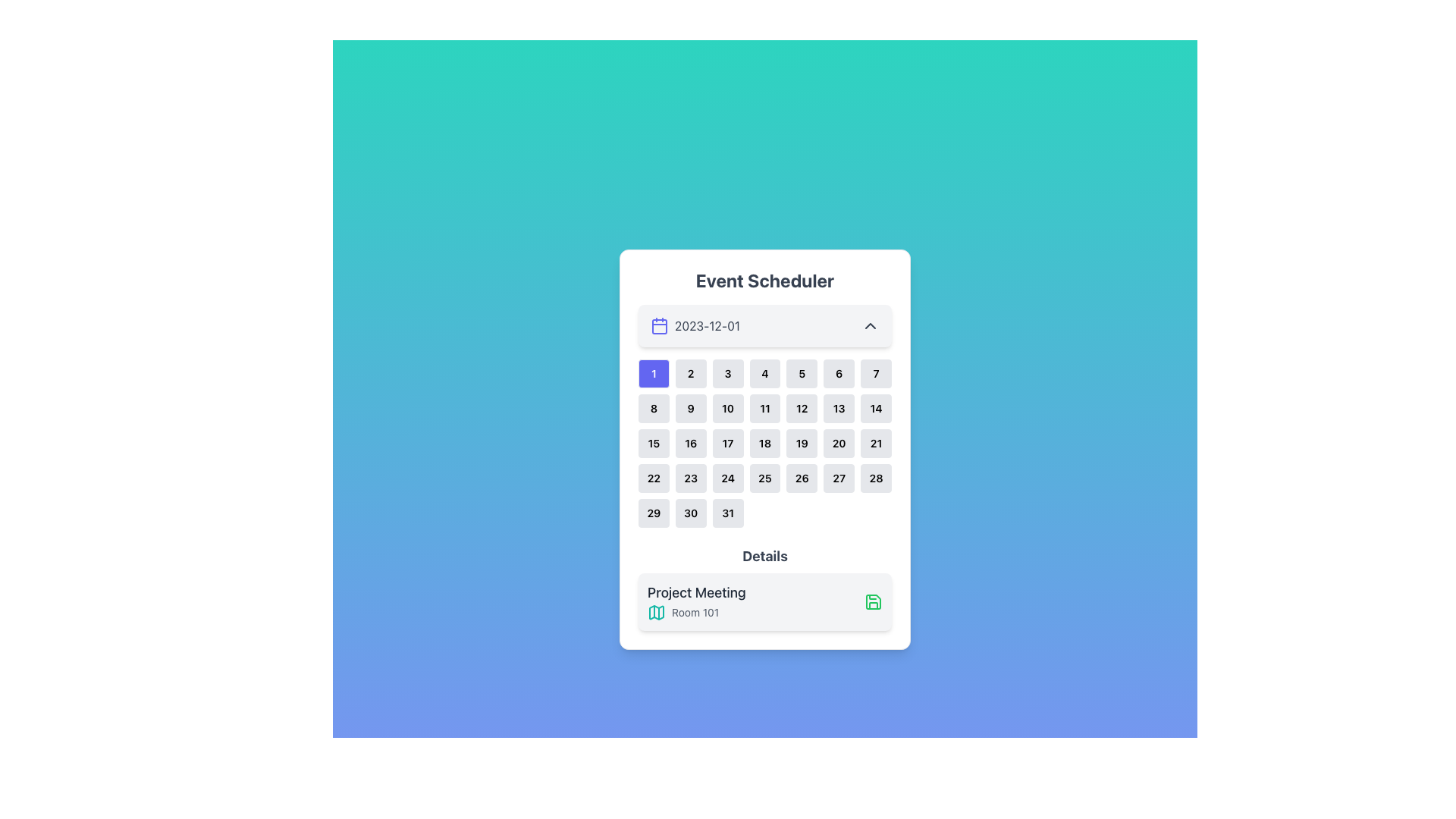  I want to click on the 'Details' text label, which is displayed in bold, gray text and acts as a separator title above the meeting room details, so click(764, 556).